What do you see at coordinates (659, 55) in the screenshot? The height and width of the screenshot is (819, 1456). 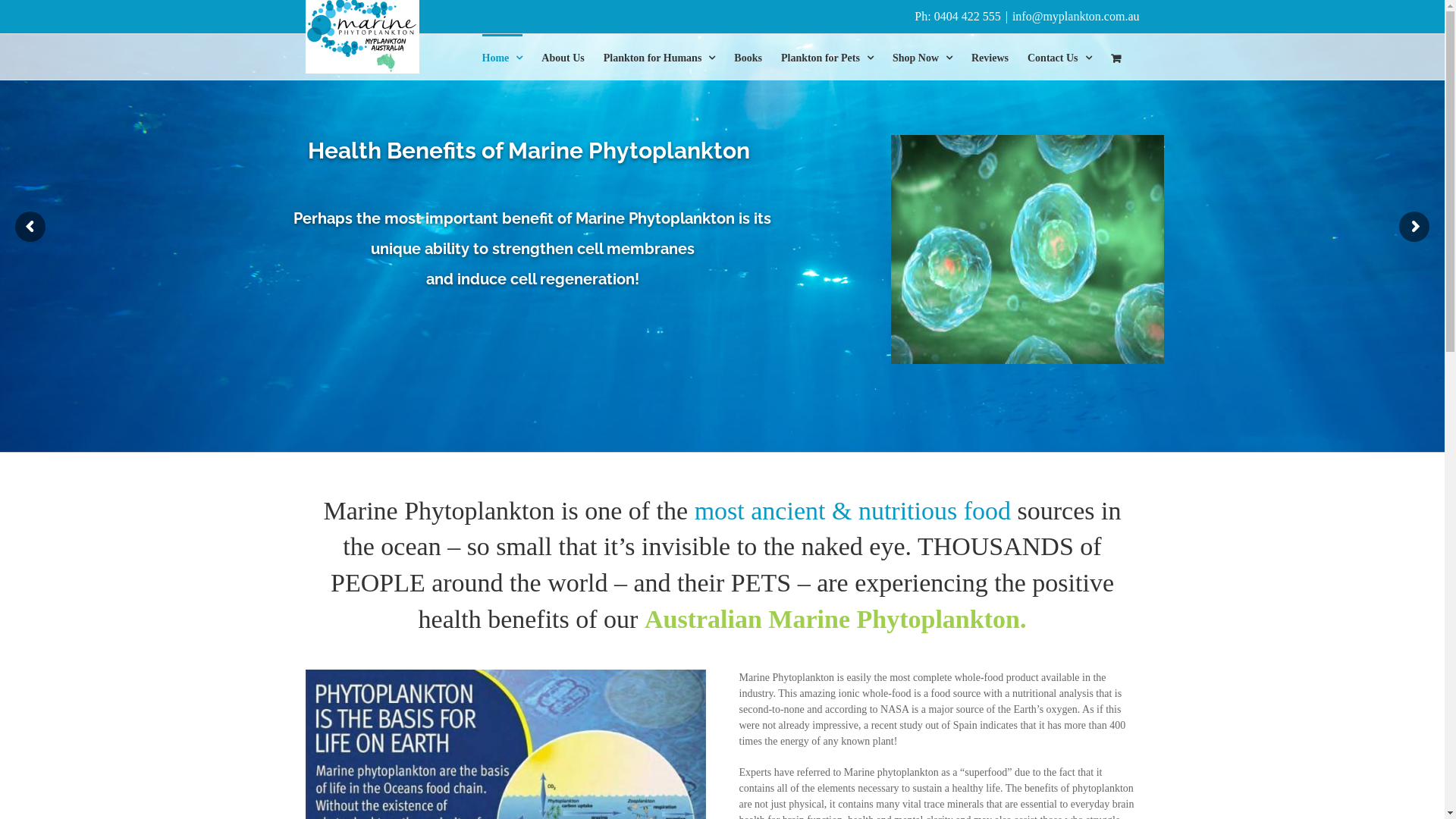 I see `'Plankton for Humans'` at bounding box center [659, 55].